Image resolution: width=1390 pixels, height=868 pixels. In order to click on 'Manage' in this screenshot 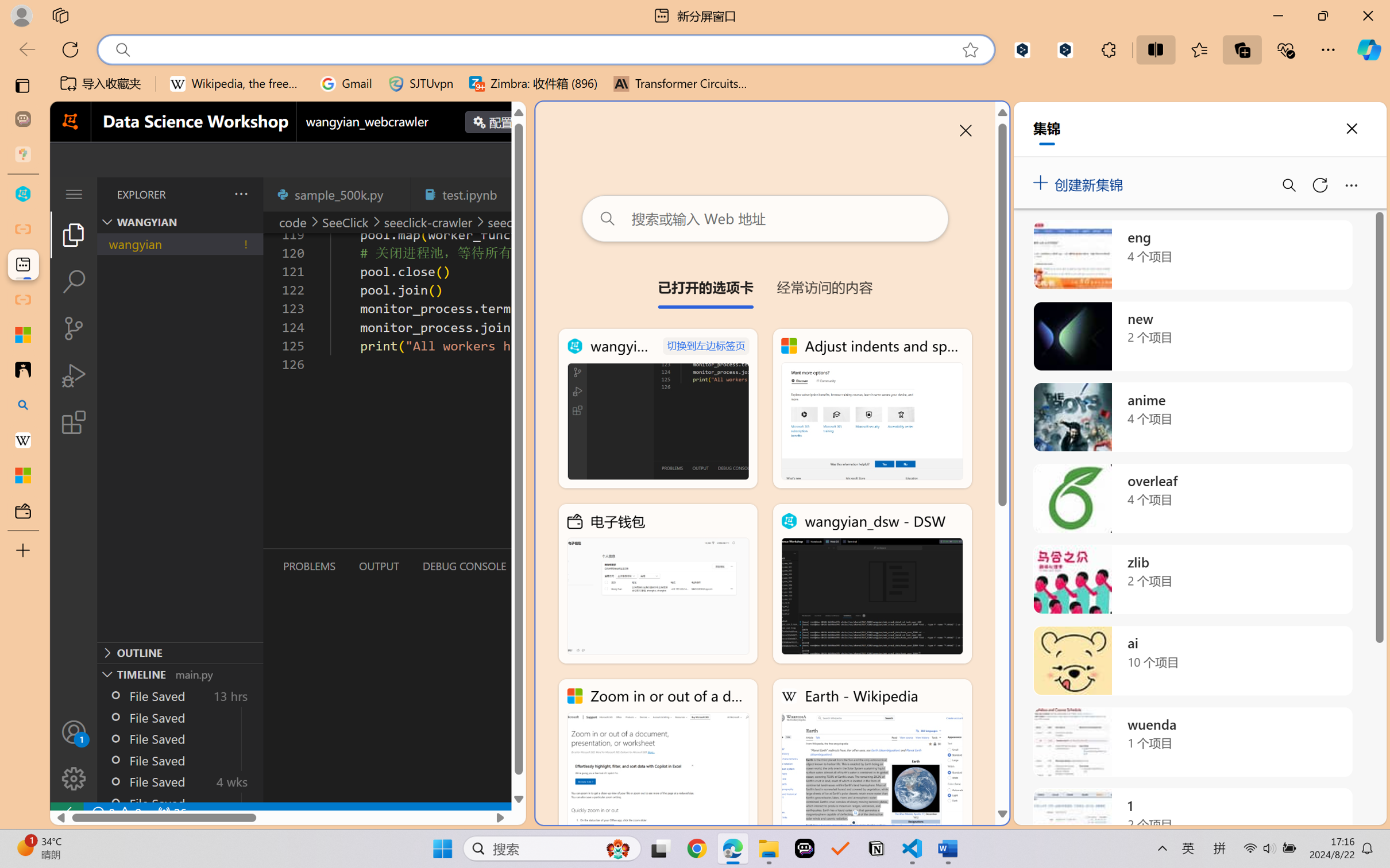, I will do `click(73, 754)`.